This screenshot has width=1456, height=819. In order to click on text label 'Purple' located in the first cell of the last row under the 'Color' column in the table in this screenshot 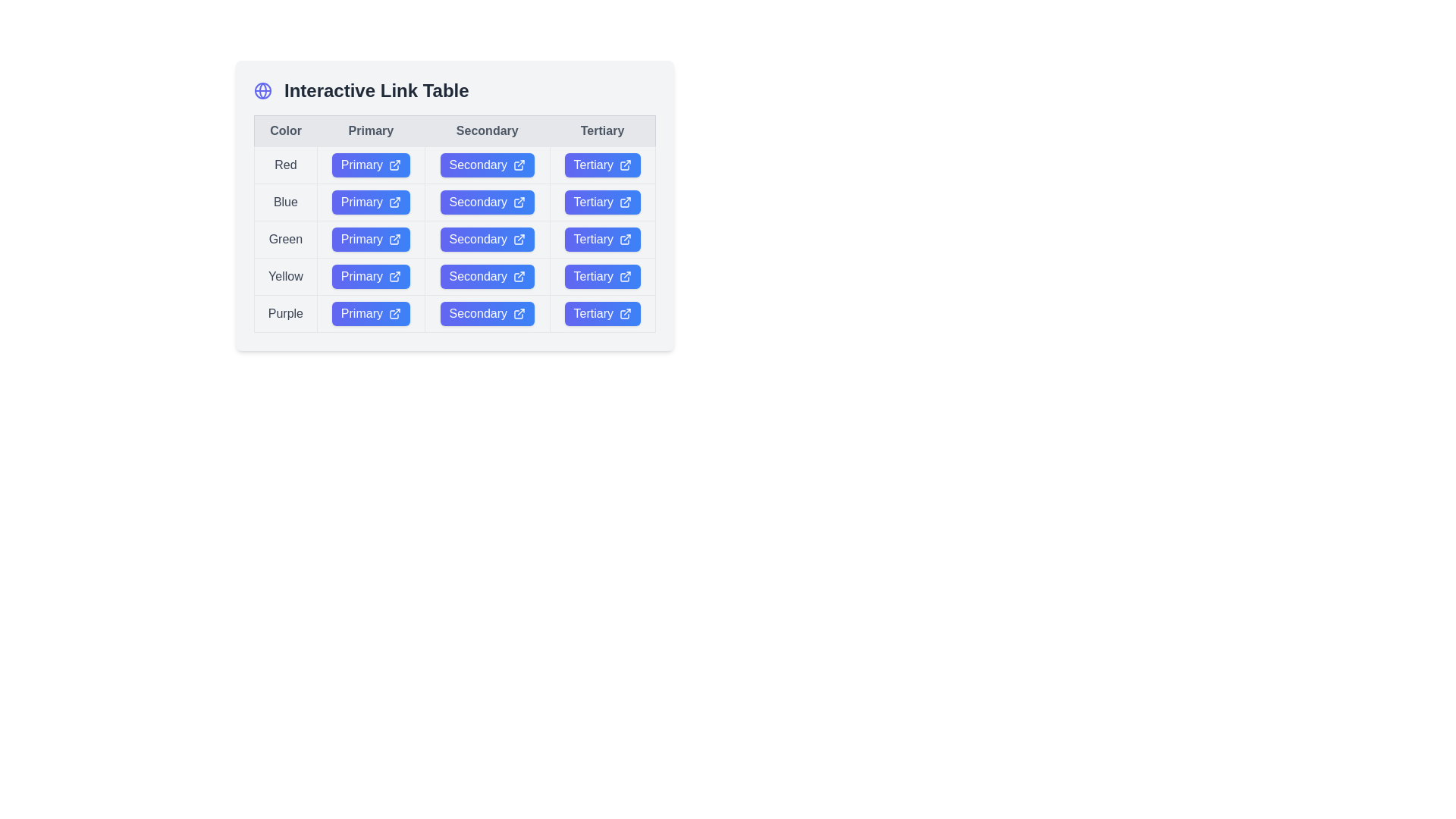, I will do `click(285, 312)`.